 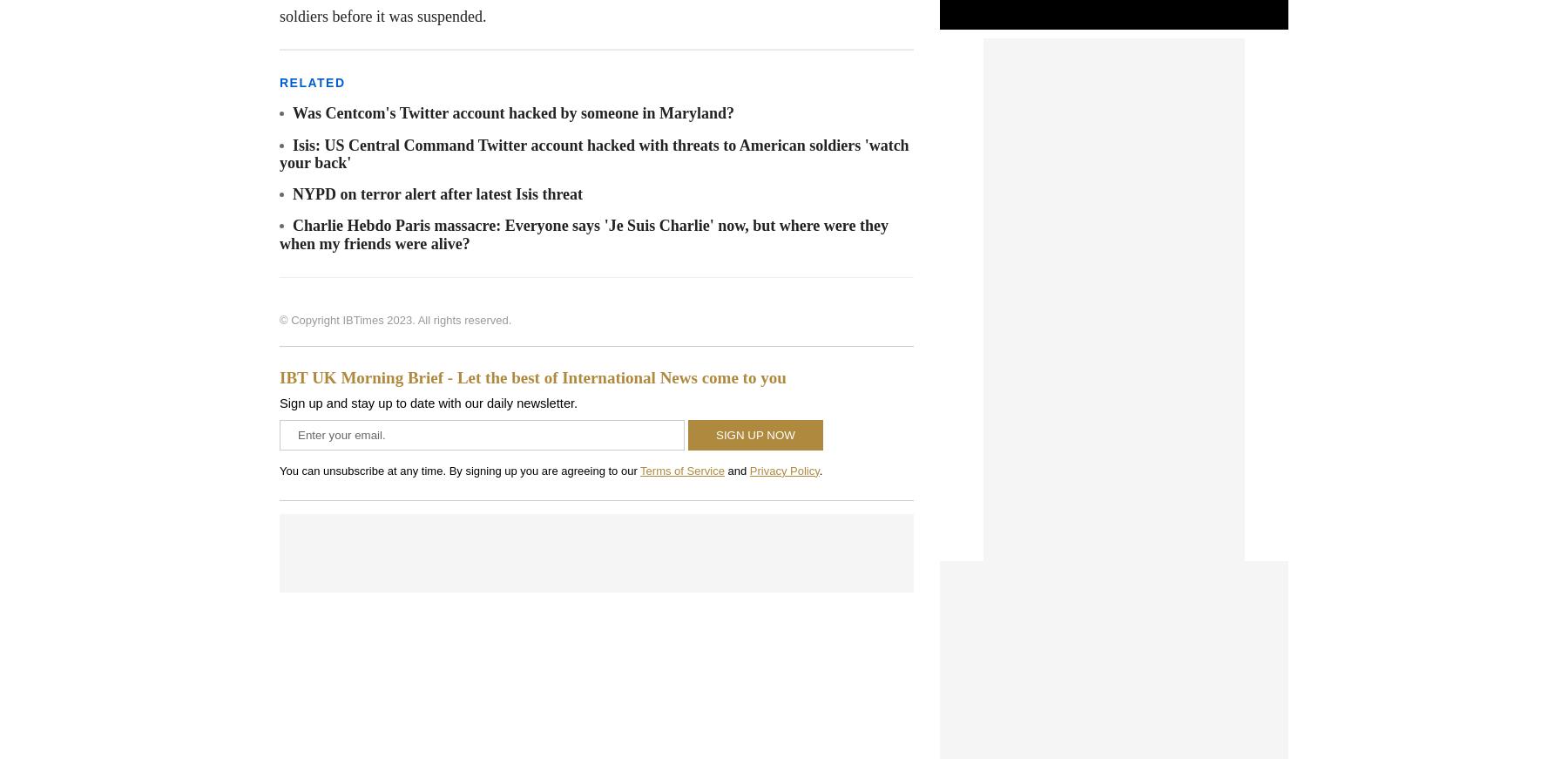 What do you see at coordinates (436, 193) in the screenshot?
I see `'NYPD on terror alert after latest Isis threat'` at bounding box center [436, 193].